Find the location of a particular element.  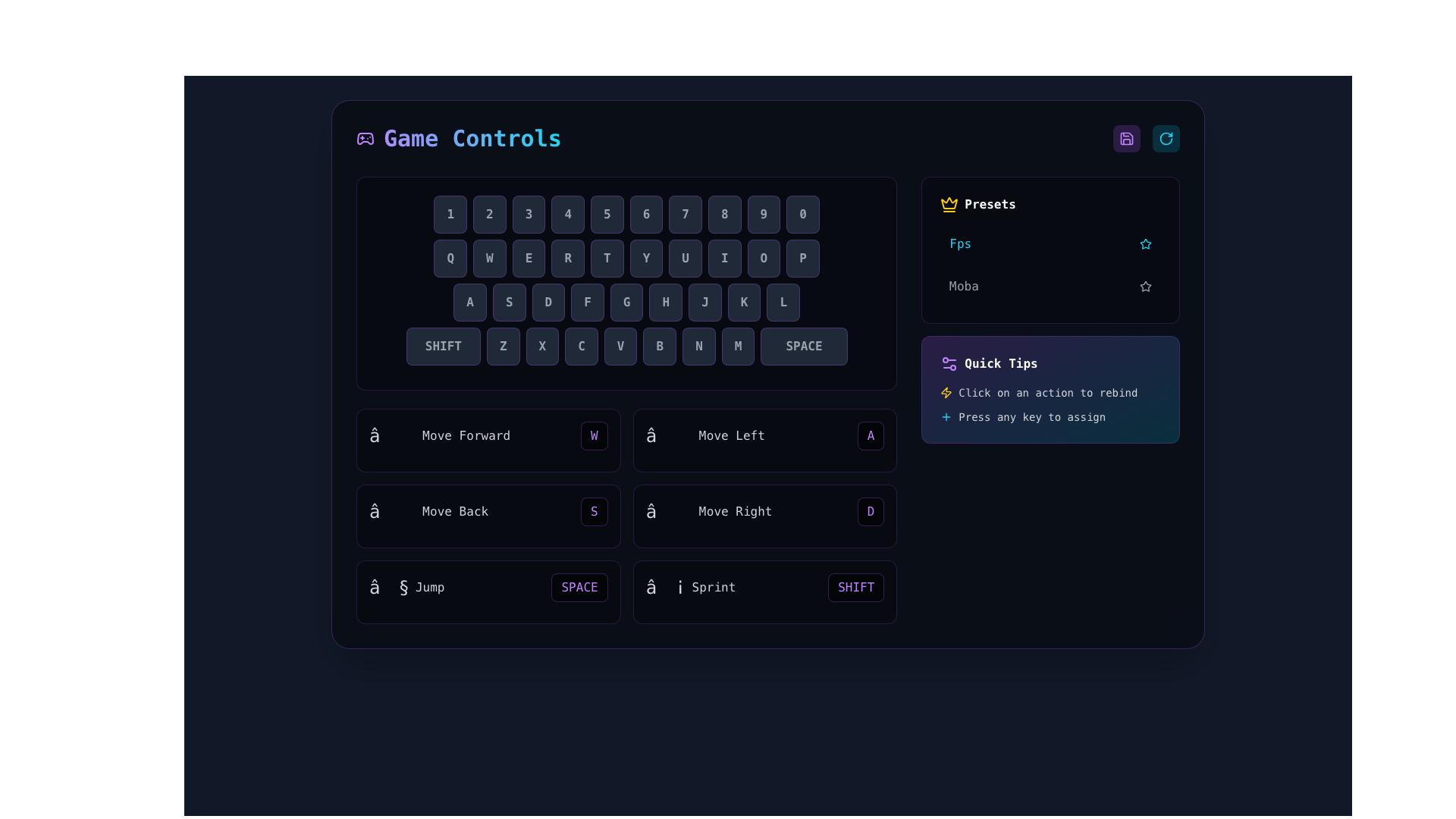

the 'Move Right' button, which is located in the bottom-right section of the game controls interface is located at coordinates (871, 512).